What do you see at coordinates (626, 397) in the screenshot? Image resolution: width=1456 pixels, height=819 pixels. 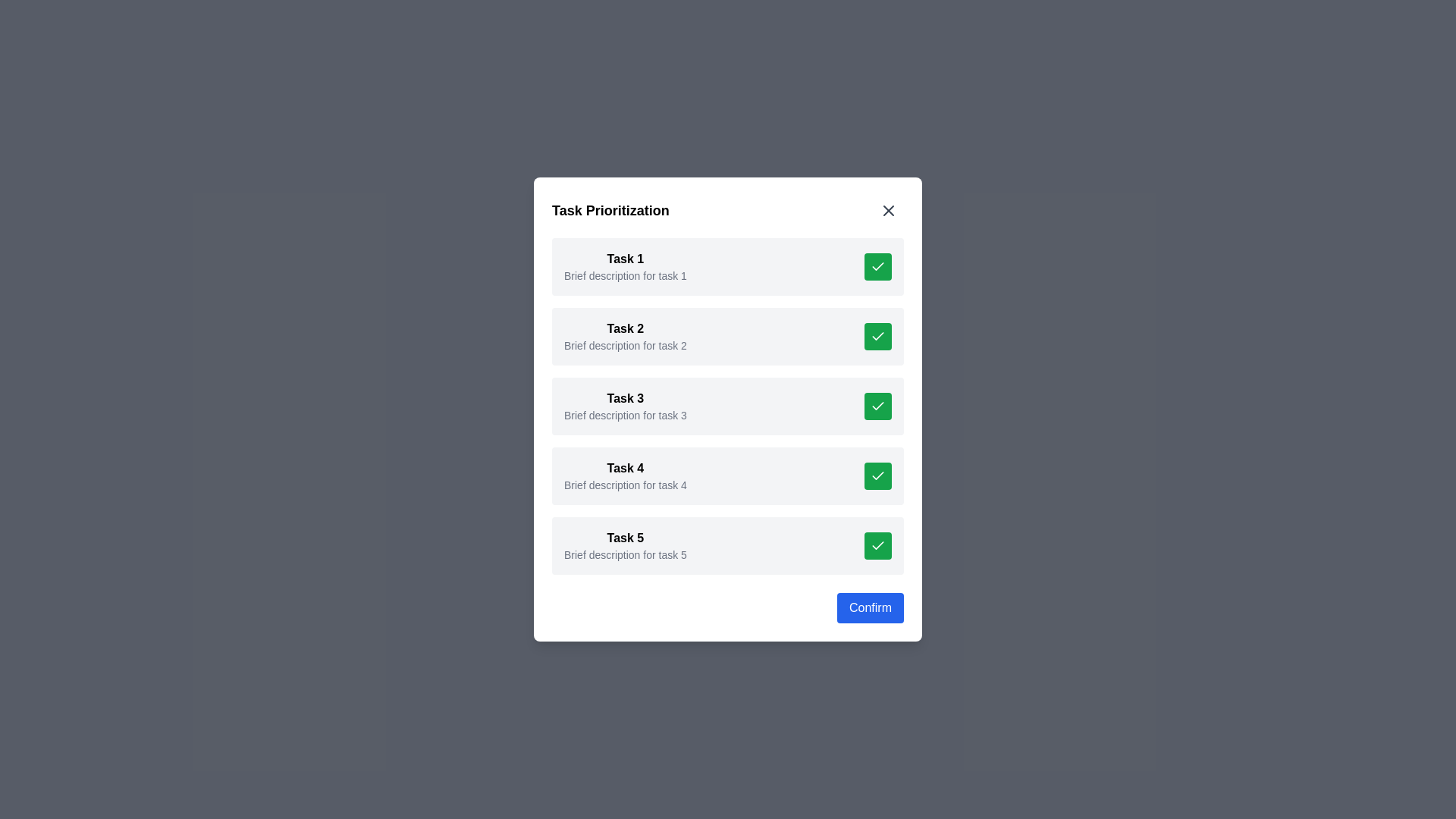 I see `the static text label that serves as the title for the third task in the 'Task Prioritization' list` at bounding box center [626, 397].